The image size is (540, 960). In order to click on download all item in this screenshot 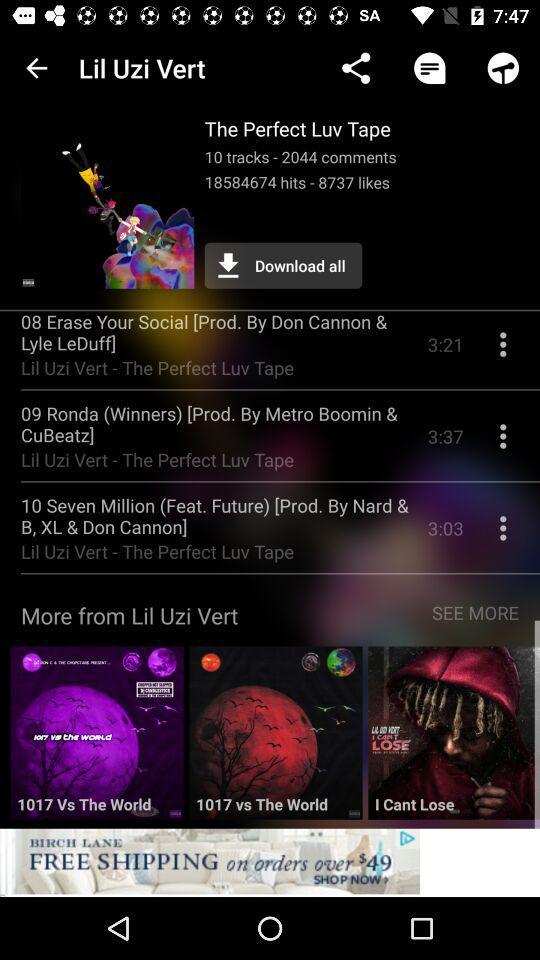, I will do `click(282, 264)`.